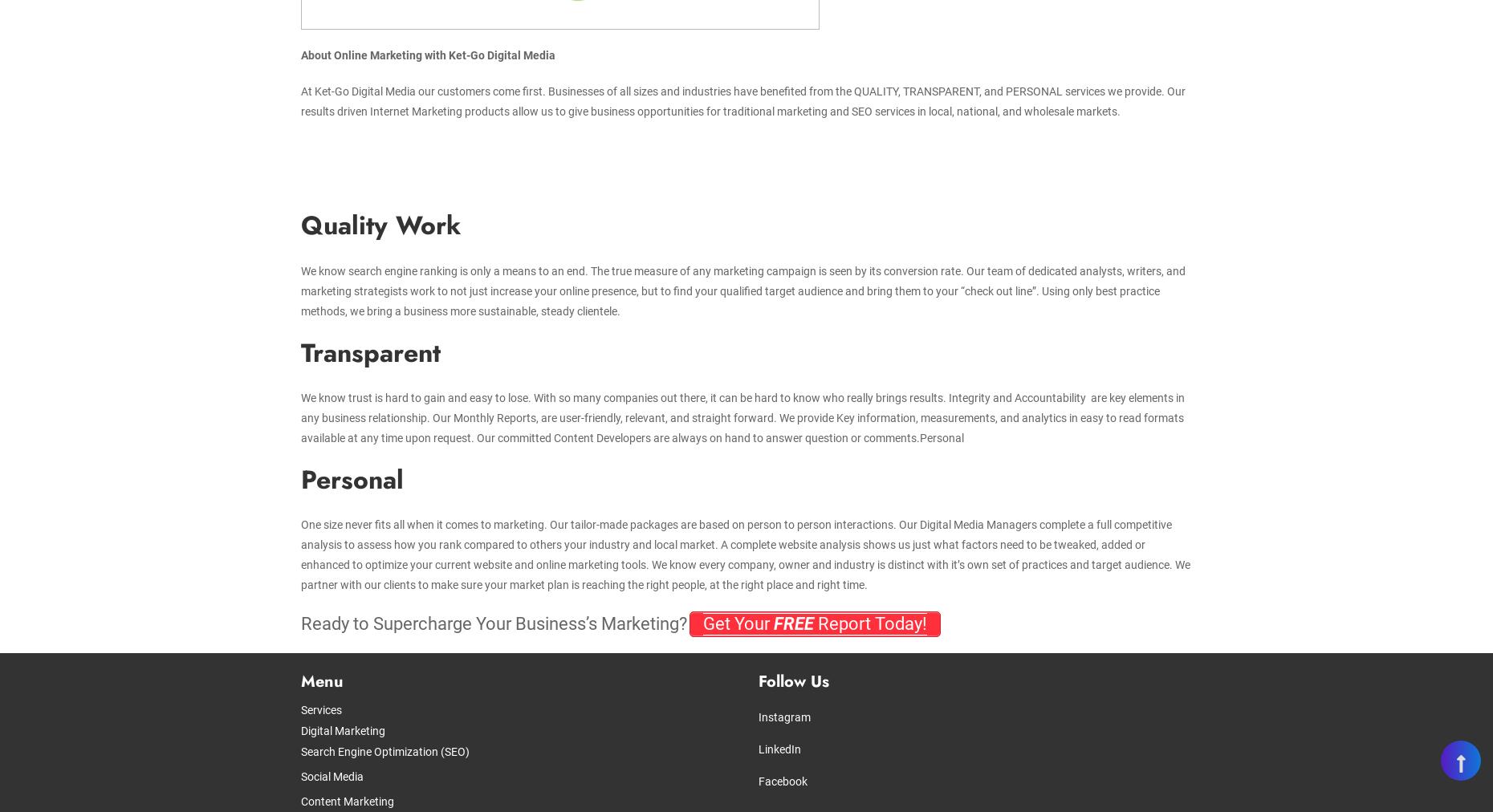  I want to click on 'Social Media', so click(299, 776).